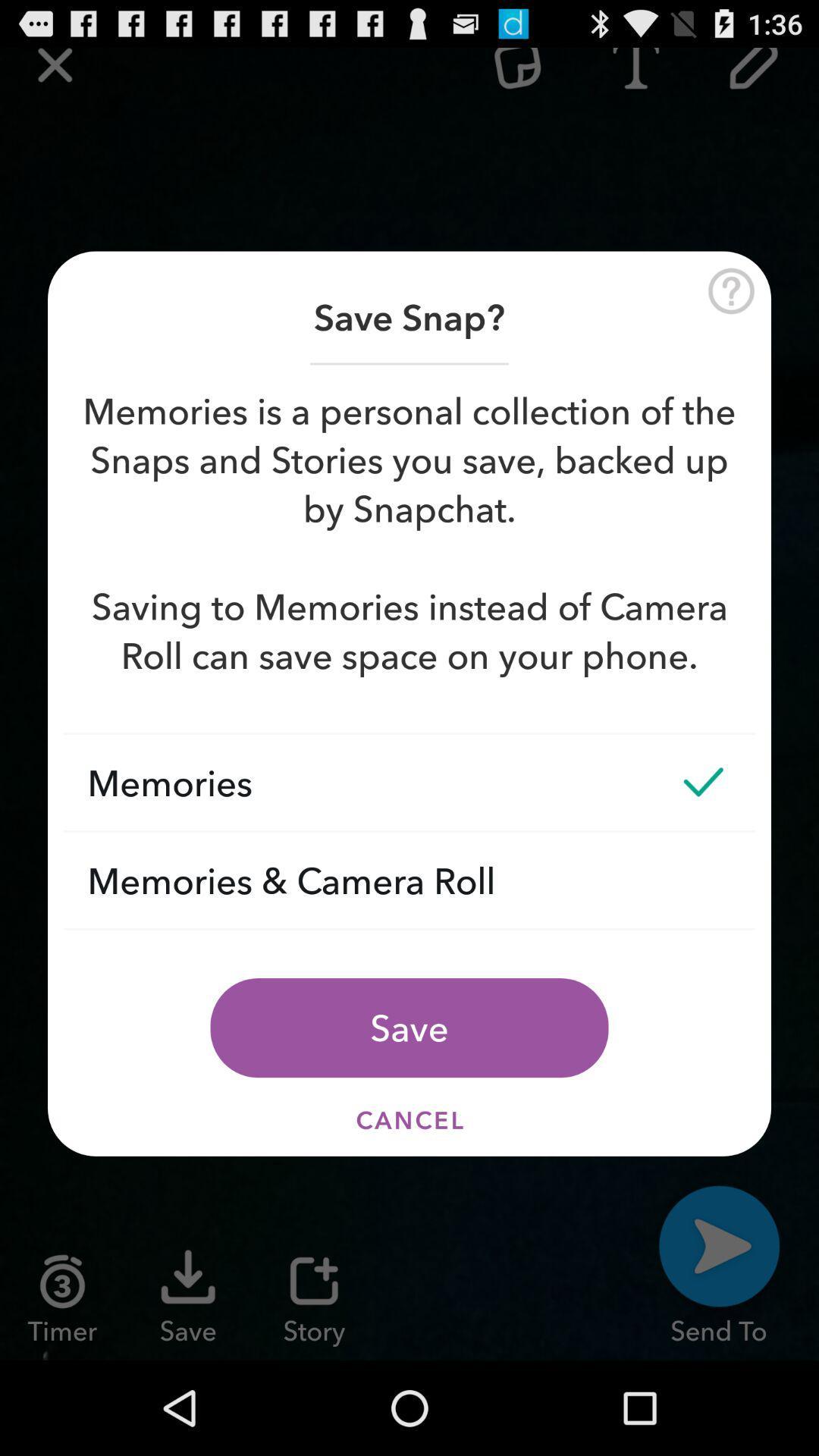 This screenshot has height=1456, width=819. What do you see at coordinates (730, 291) in the screenshot?
I see `help button` at bounding box center [730, 291].